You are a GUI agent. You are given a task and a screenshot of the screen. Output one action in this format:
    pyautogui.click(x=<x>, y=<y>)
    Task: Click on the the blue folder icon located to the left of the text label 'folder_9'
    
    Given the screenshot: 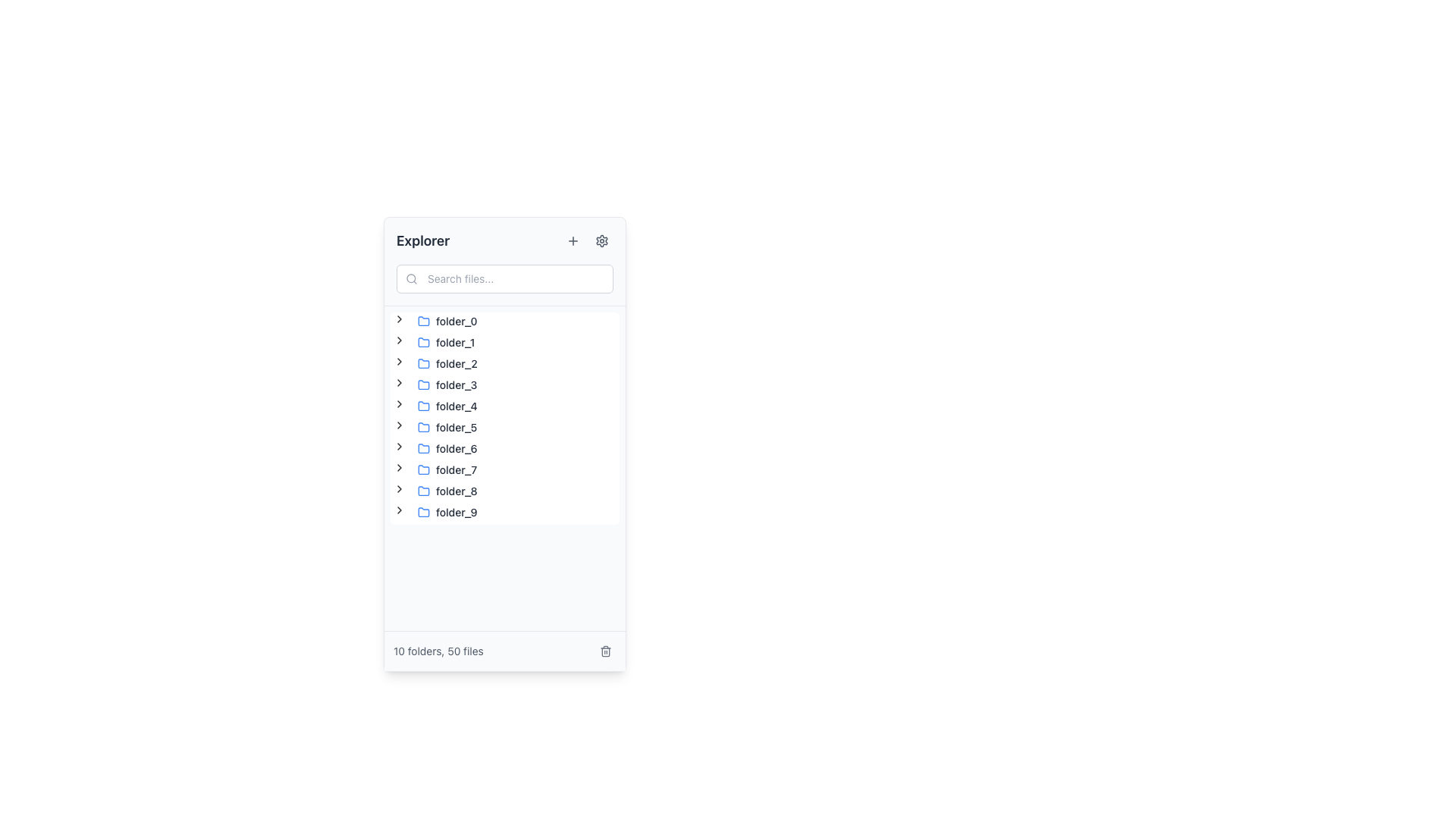 What is the action you would take?
    pyautogui.click(x=423, y=512)
    